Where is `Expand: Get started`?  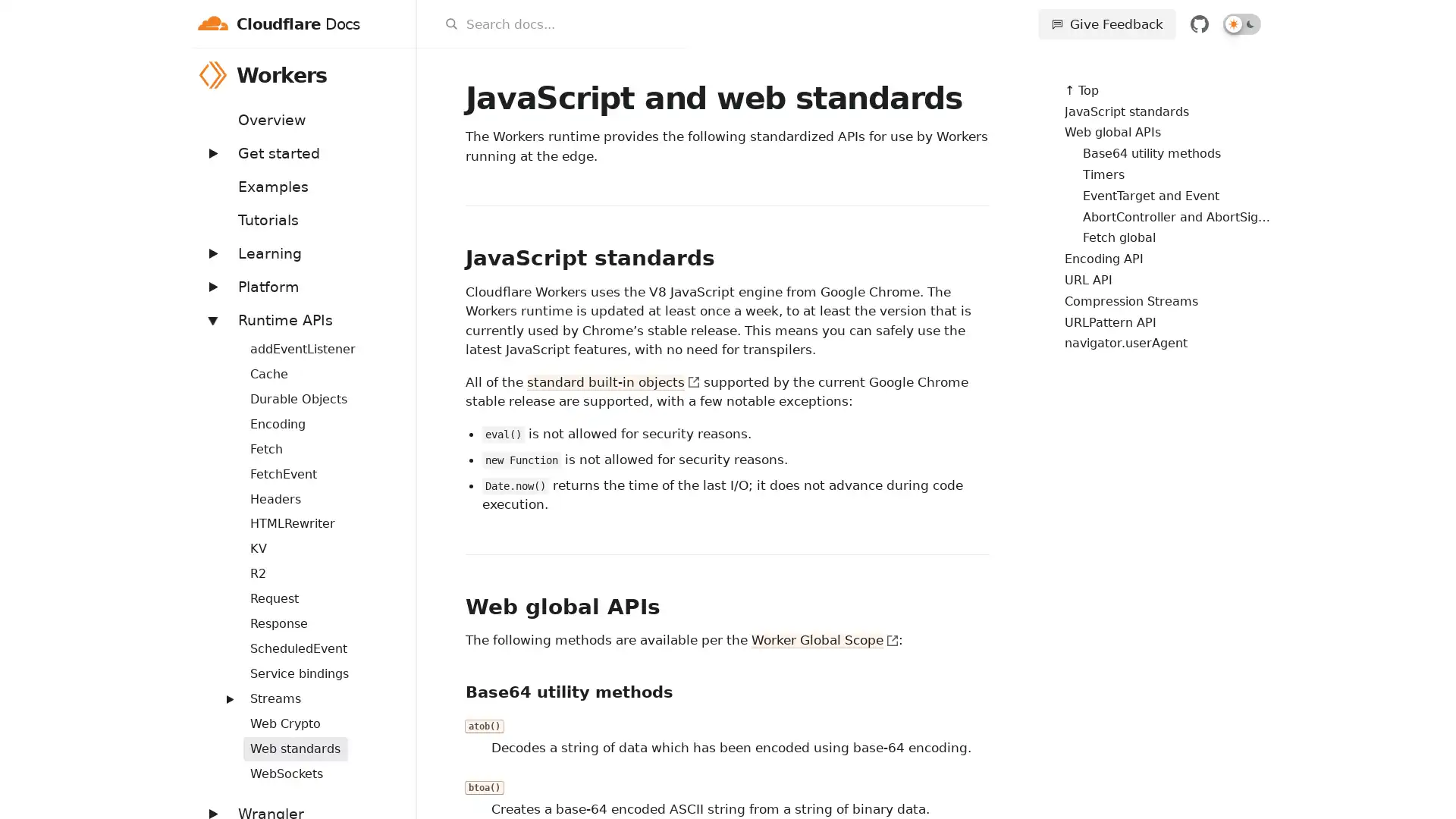 Expand: Get started is located at coordinates (211, 152).